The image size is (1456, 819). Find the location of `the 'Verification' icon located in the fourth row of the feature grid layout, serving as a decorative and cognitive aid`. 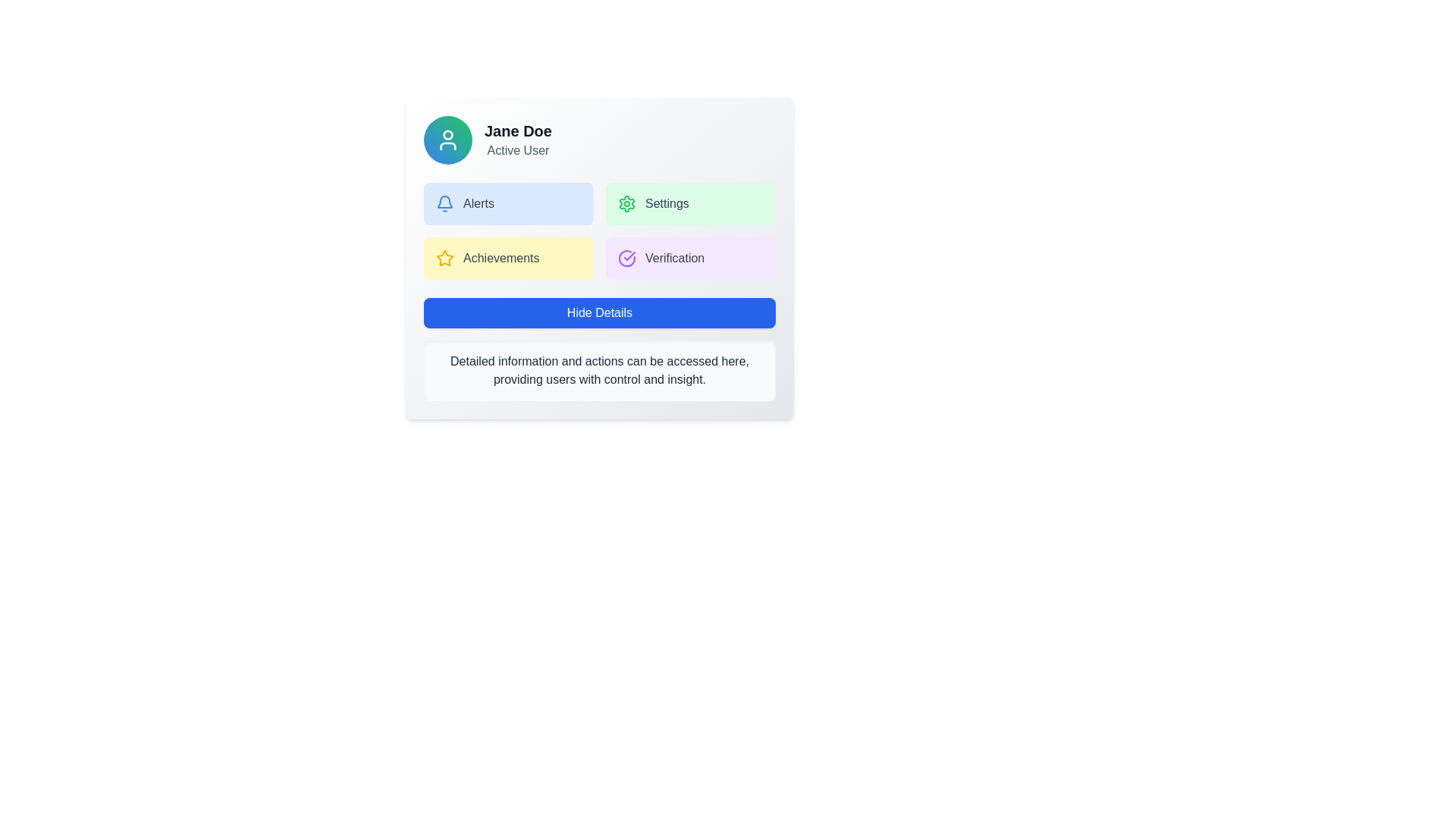

the 'Verification' icon located in the fourth row of the feature grid layout, serving as a decorative and cognitive aid is located at coordinates (626, 257).